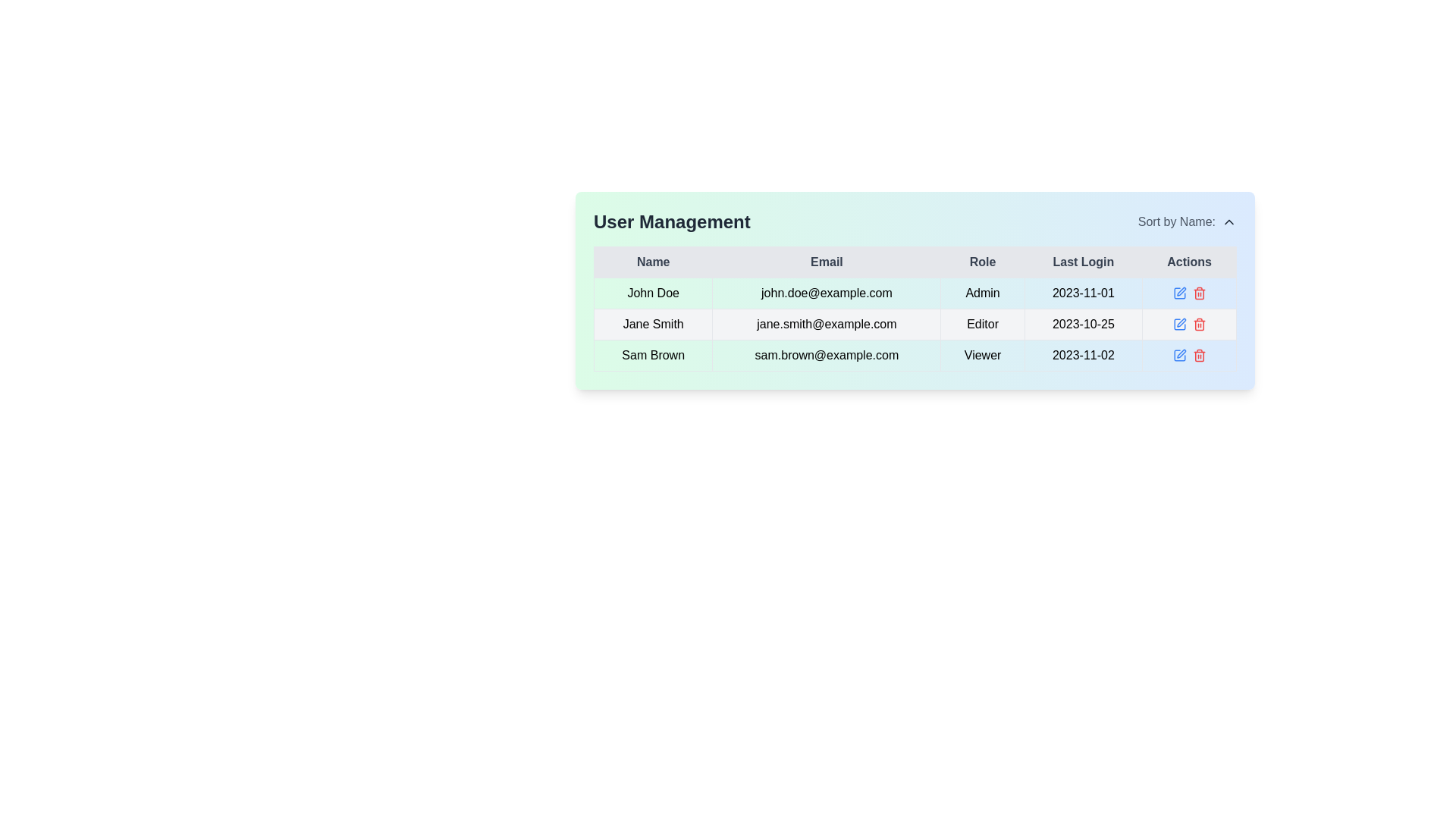 The width and height of the screenshot is (1456, 819). Describe the element at coordinates (914, 324) in the screenshot. I see `the second row of the table, which contains user information` at that location.